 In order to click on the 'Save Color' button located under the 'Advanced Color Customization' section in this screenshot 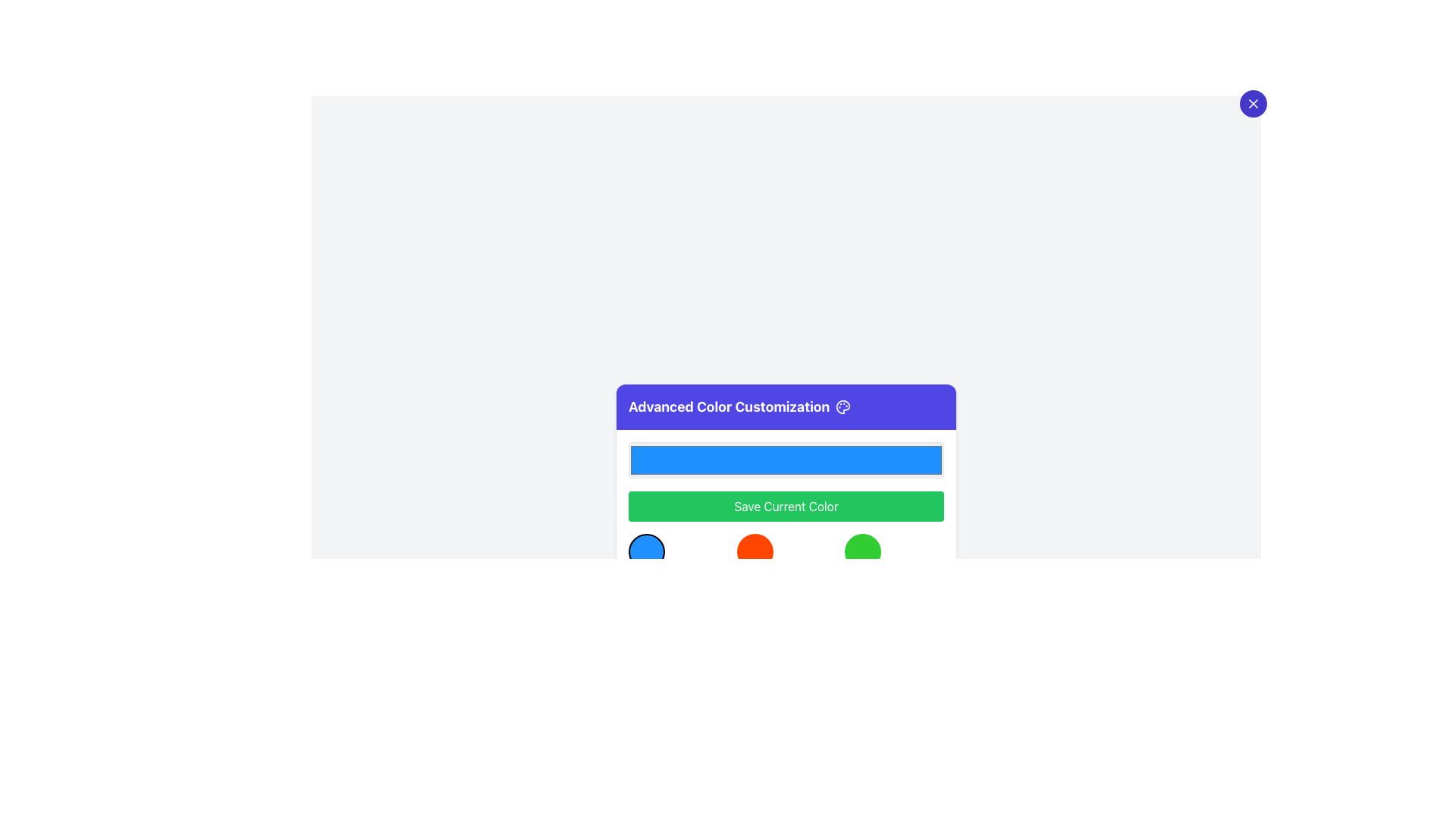, I will do `click(786, 506)`.